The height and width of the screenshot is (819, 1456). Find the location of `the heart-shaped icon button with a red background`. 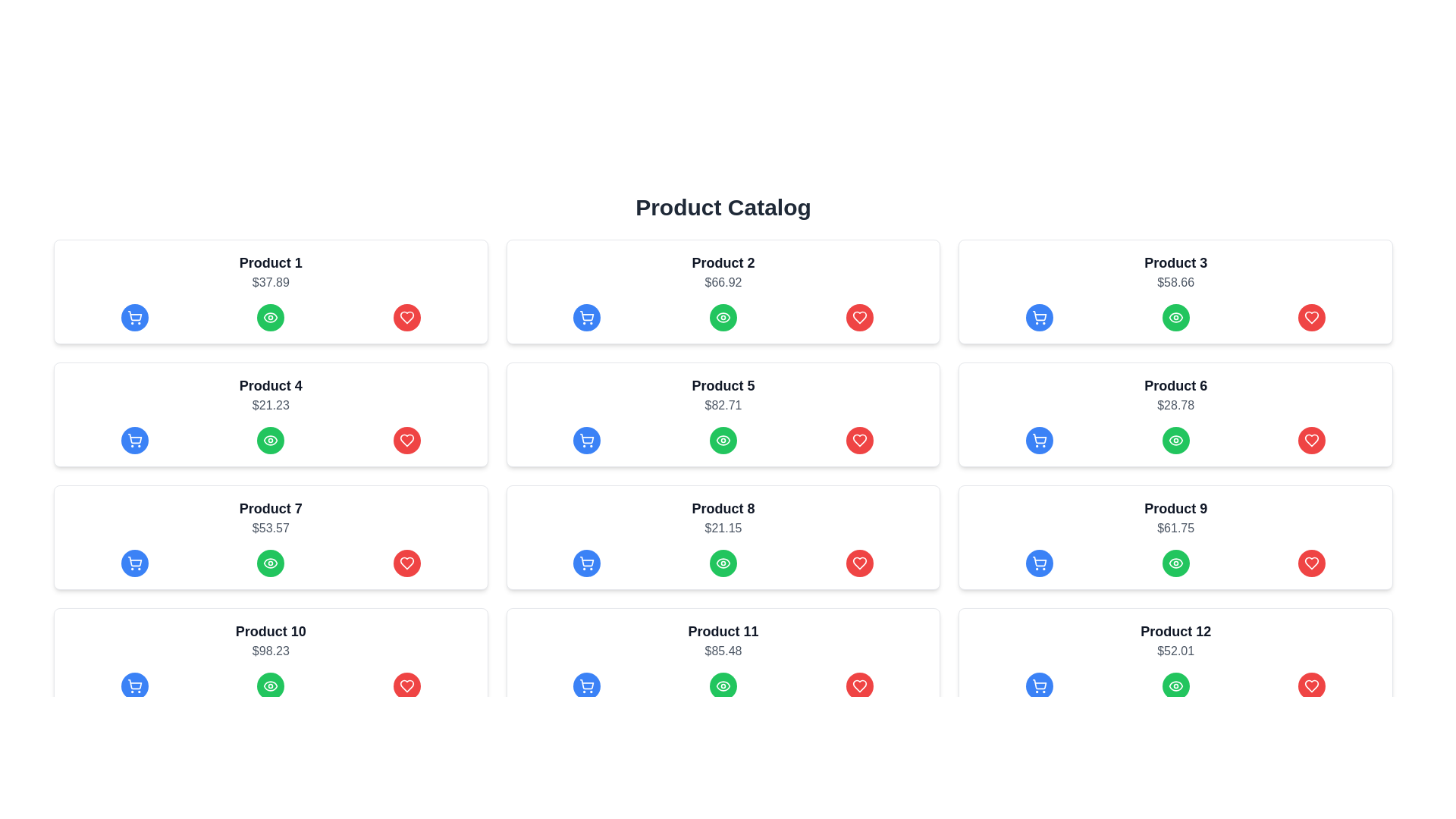

the heart-shaped icon button with a red background is located at coordinates (859, 441).